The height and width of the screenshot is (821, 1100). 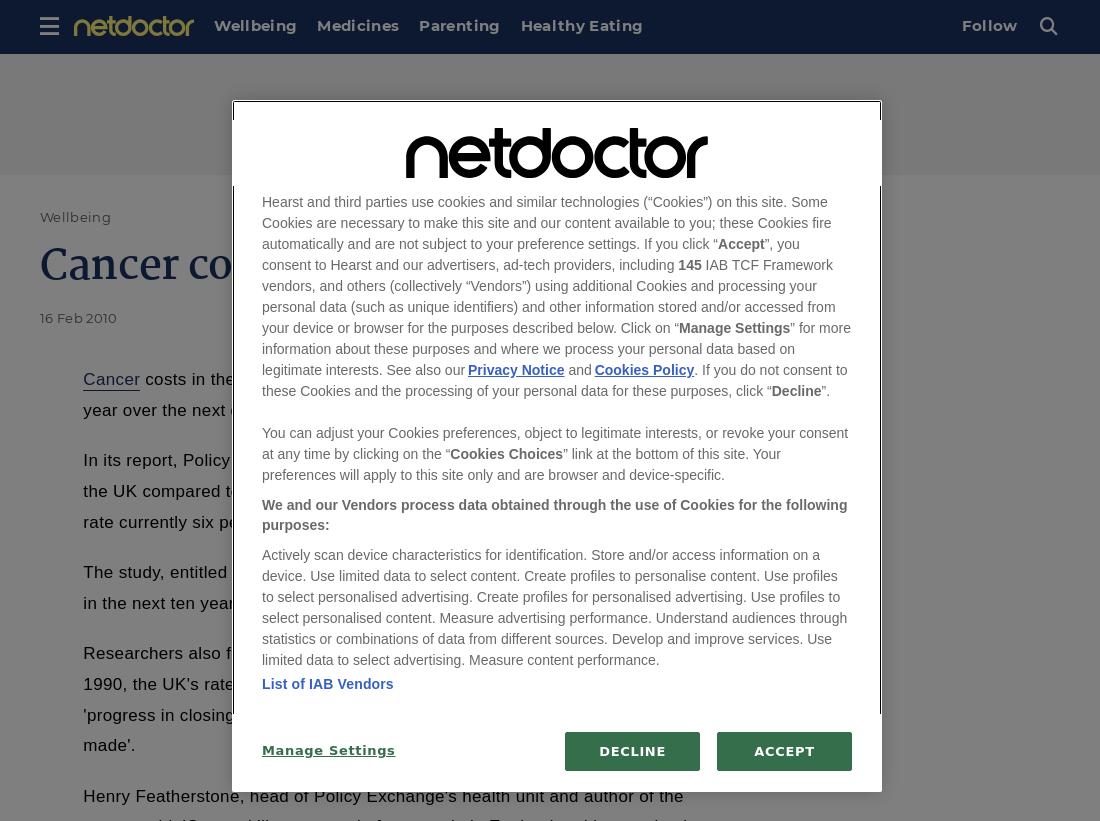 What do you see at coordinates (988, 24) in the screenshot?
I see `'Follow'` at bounding box center [988, 24].